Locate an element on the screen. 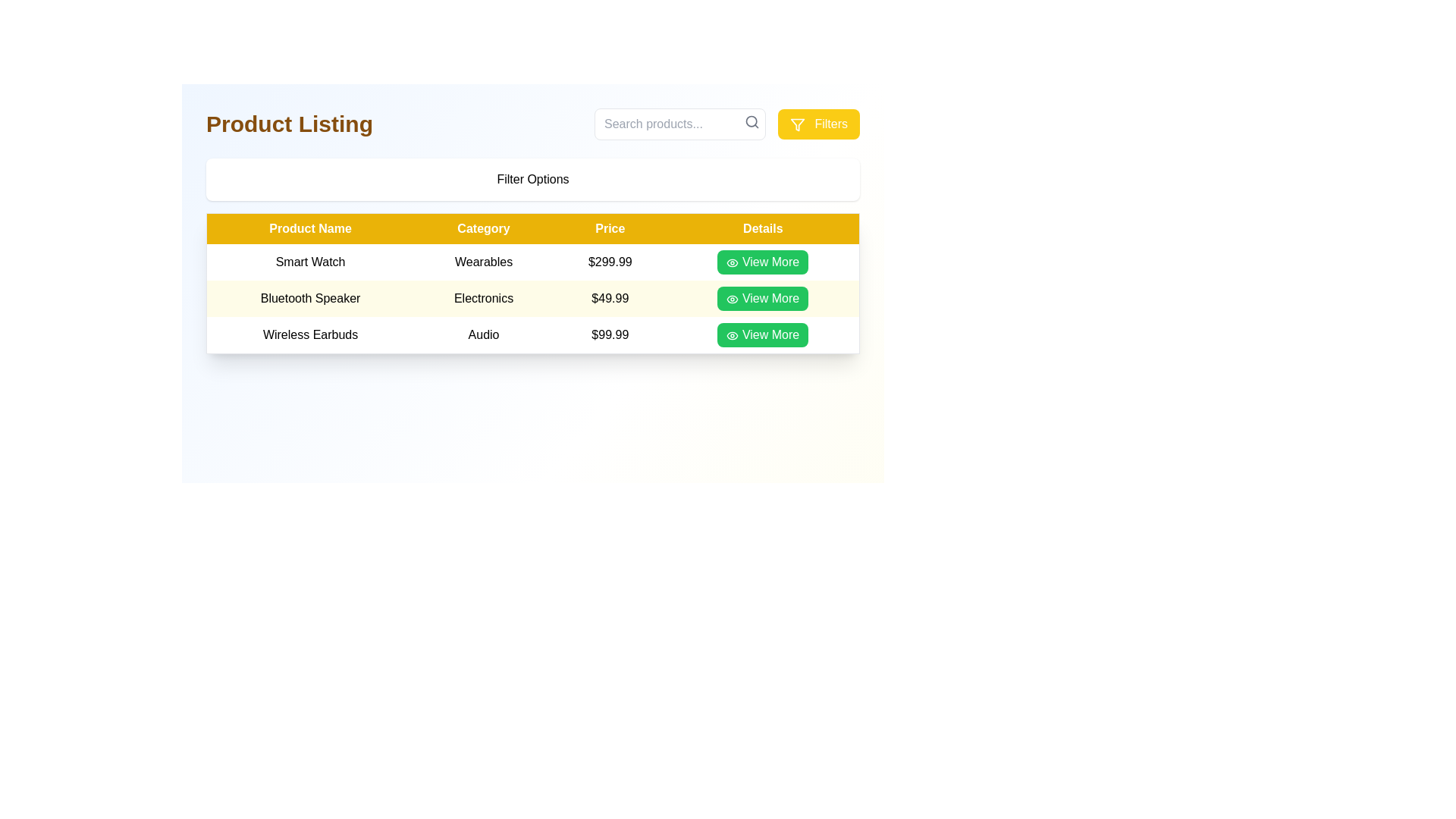  the search input field in the search bar component to focus and type in queries is located at coordinates (679, 124).